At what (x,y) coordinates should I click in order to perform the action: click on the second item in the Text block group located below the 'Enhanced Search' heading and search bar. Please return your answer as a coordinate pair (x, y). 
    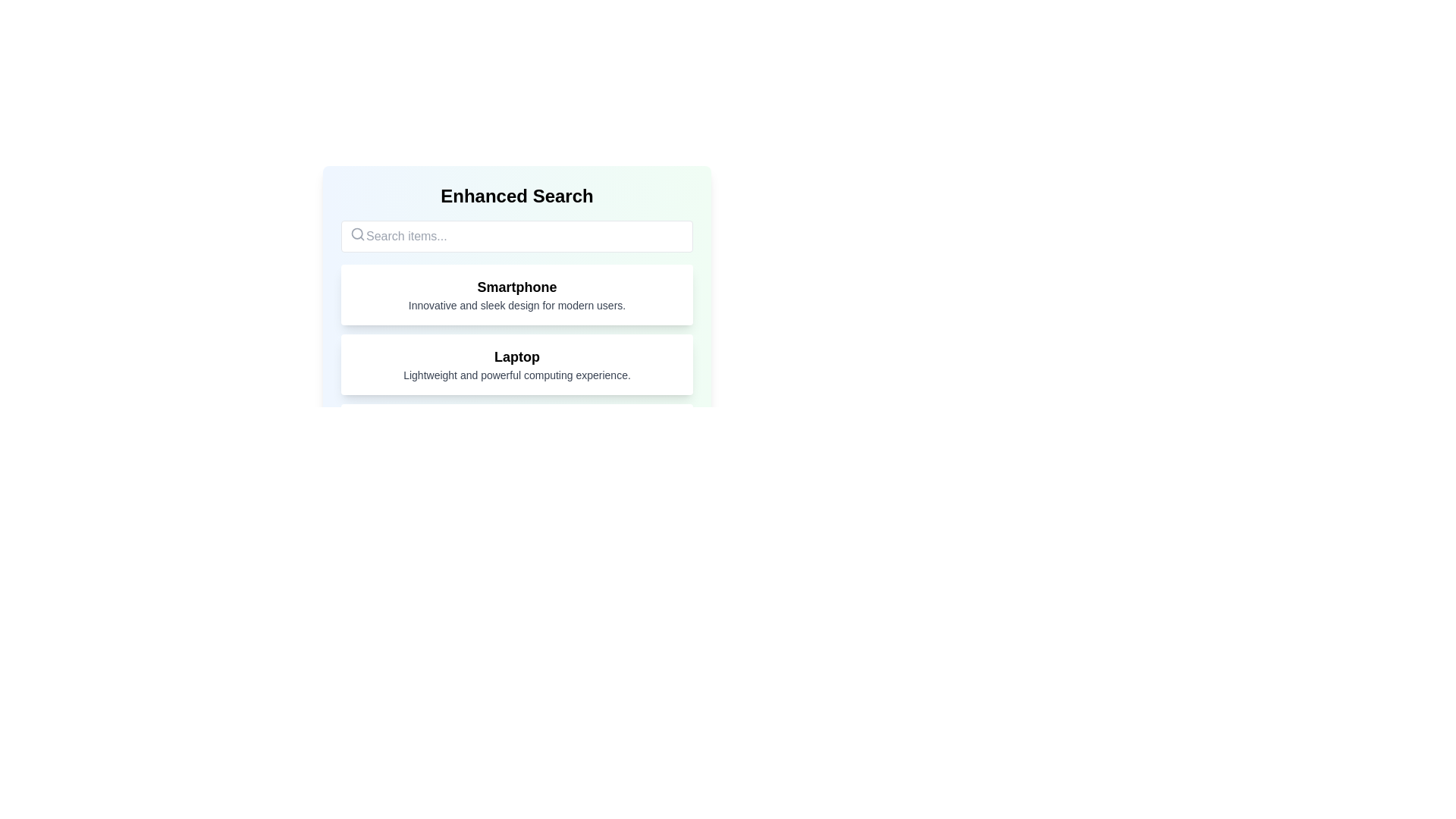
    Looking at the image, I should click on (516, 399).